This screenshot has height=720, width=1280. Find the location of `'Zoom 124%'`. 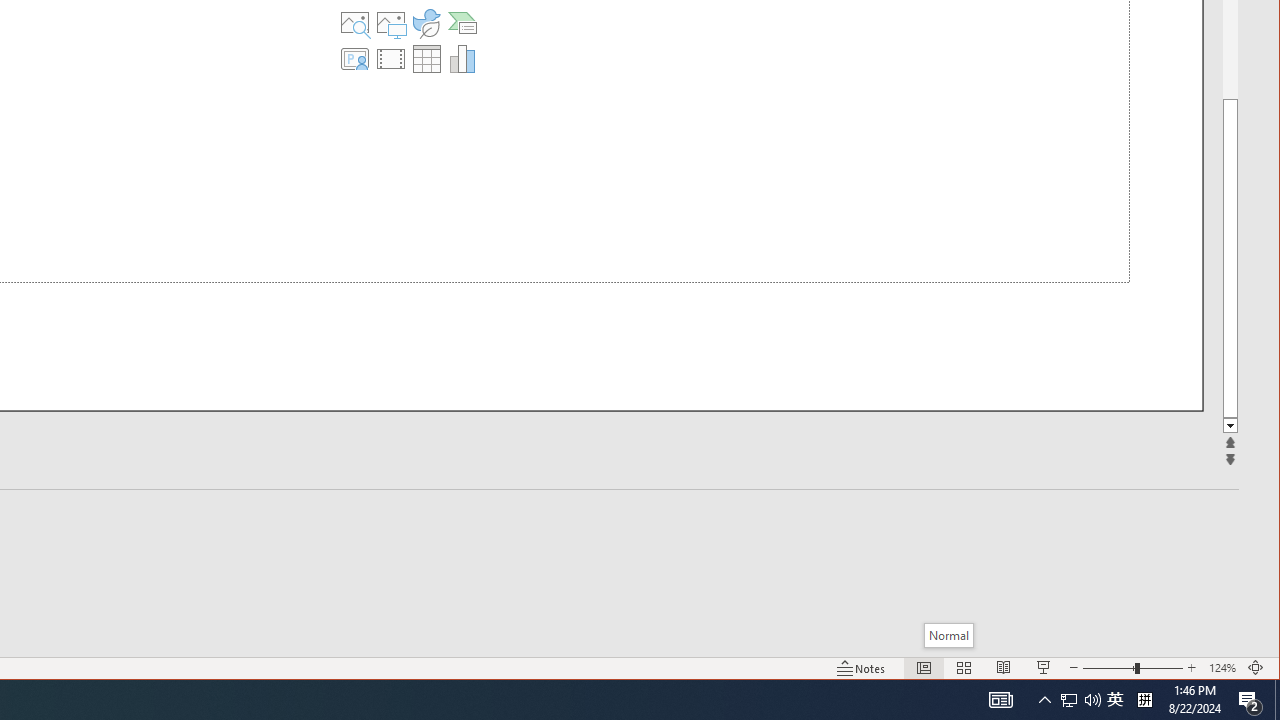

'Zoom 124%' is located at coordinates (1221, 668).